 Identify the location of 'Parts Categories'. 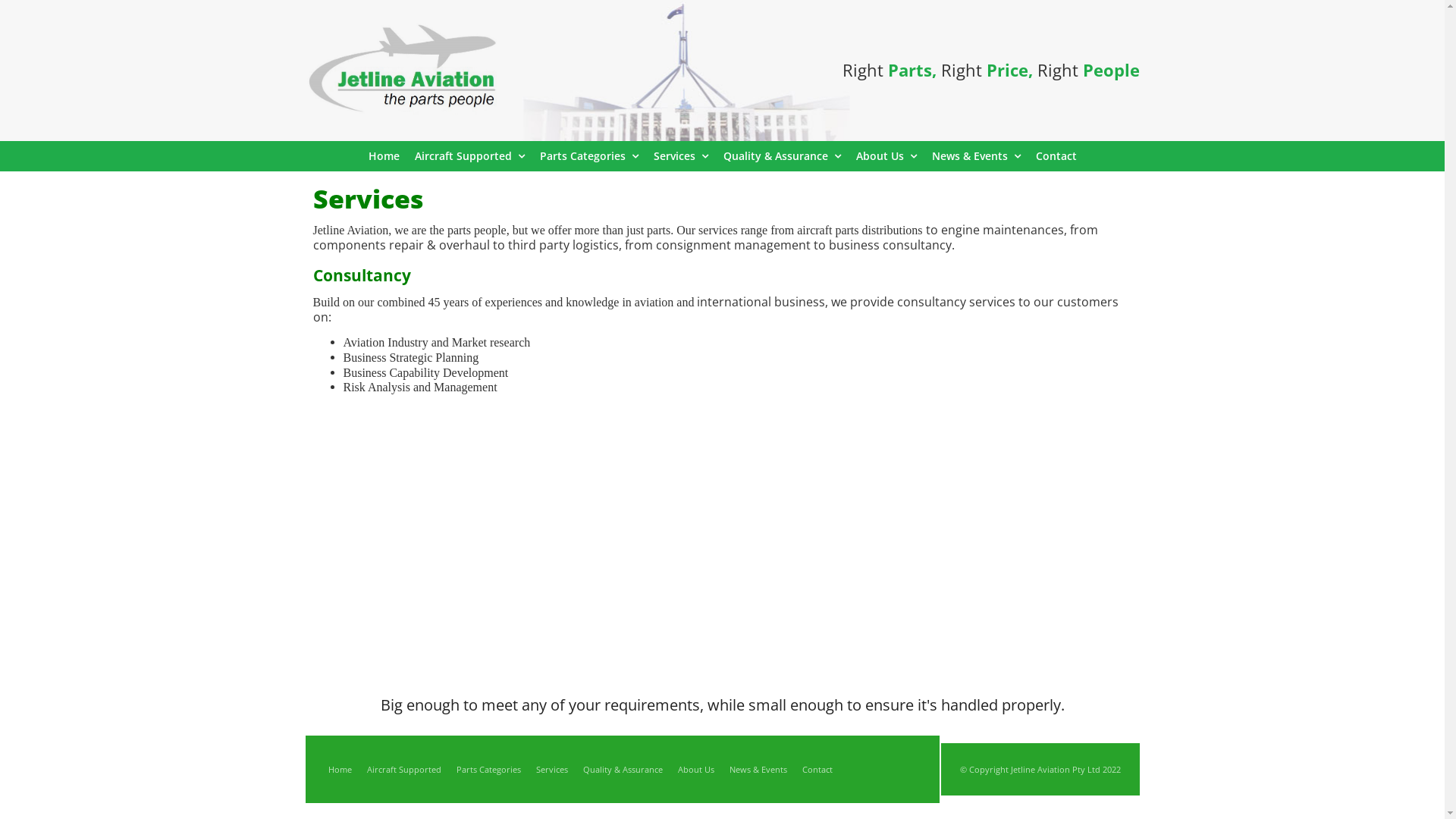
(488, 769).